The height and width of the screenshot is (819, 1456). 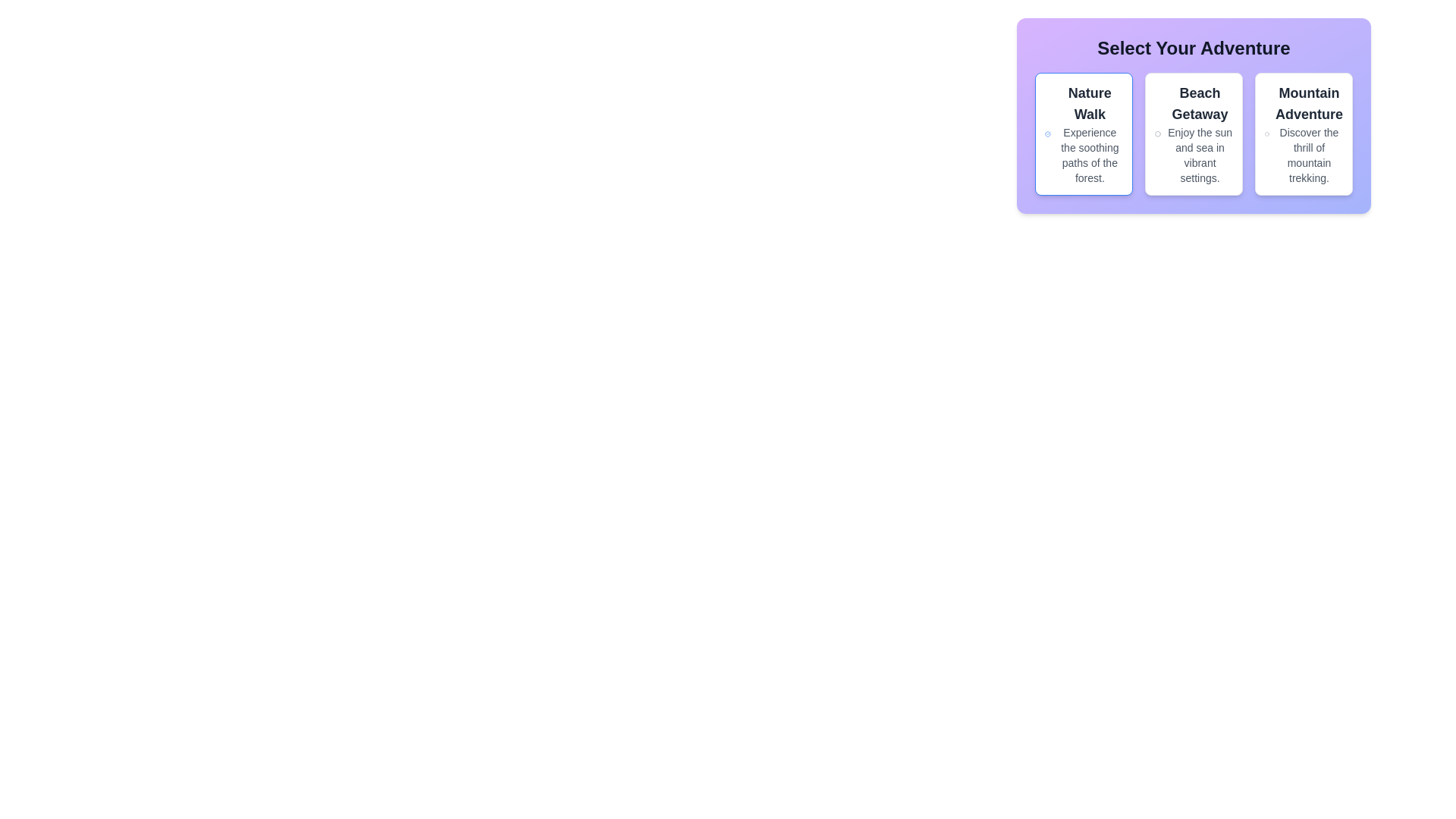 I want to click on the visual confirmation icon indicating a successful action related to the 'Nature Walk' option located in the top-left section of the 'Nature Walk' card, so click(x=1046, y=133).